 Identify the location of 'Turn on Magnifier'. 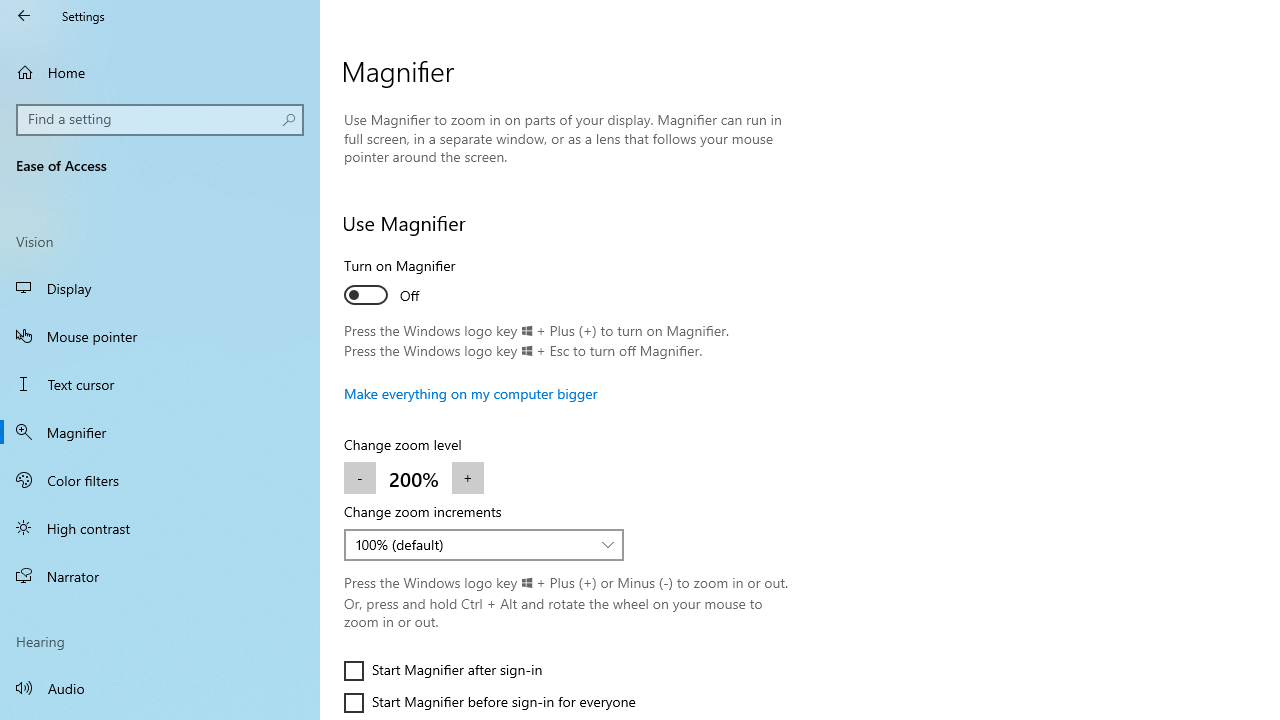
(416, 283).